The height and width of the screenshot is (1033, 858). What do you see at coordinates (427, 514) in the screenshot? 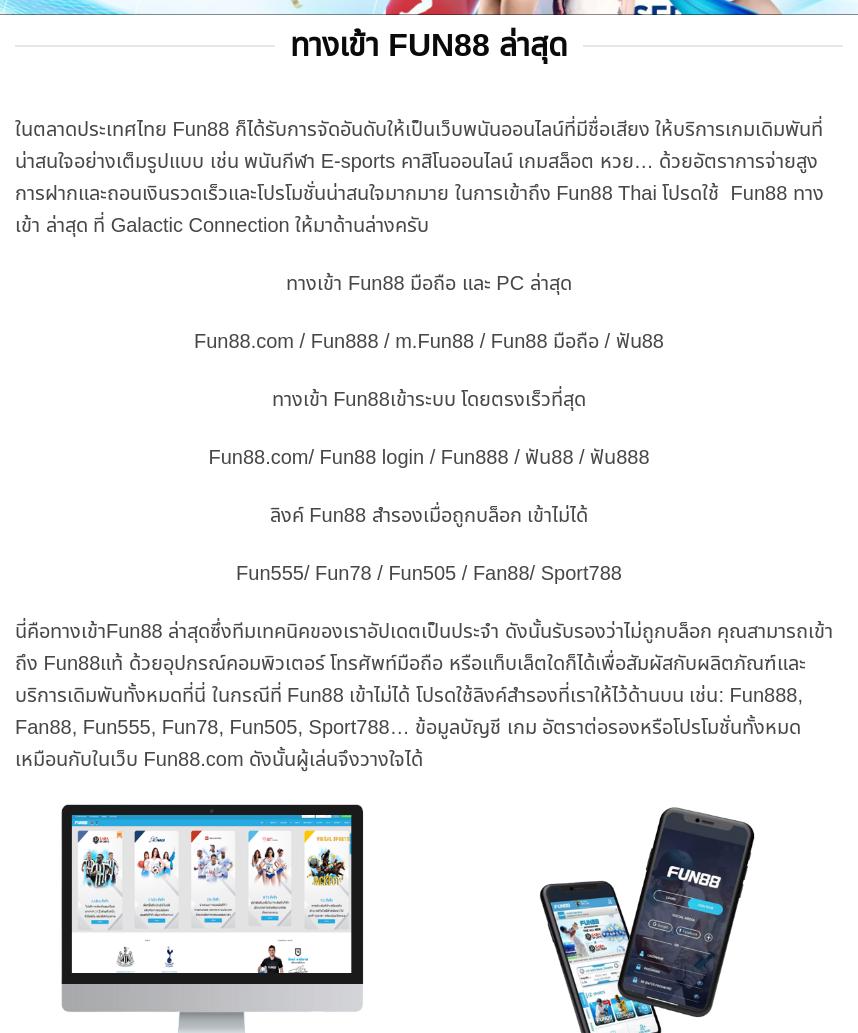
I see `'ลิงค์ Fun88 สำรองเมื่อถูกบล็อก เข้าไม่ได้'` at bounding box center [427, 514].